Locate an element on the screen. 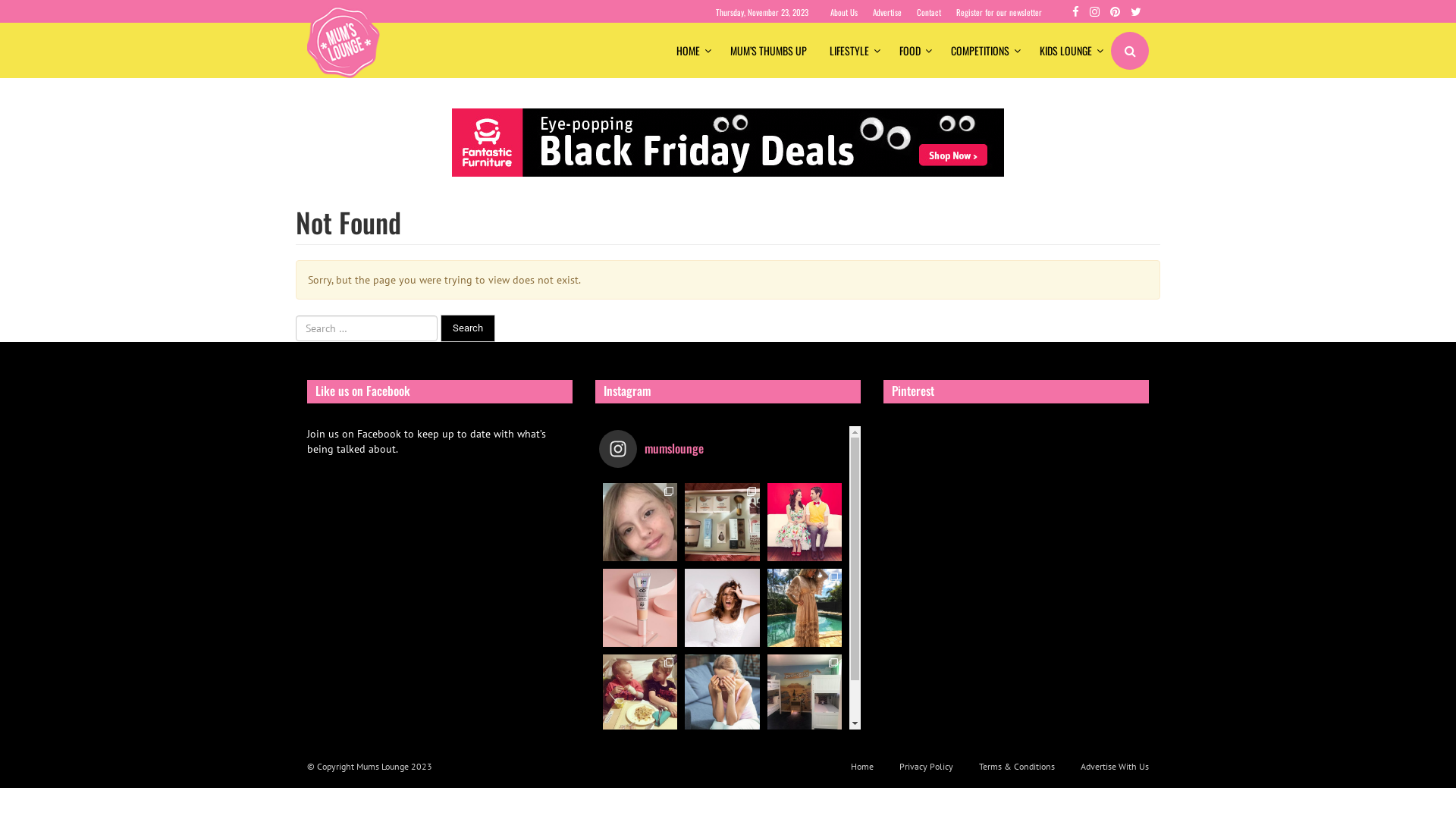 This screenshot has height=819, width=1456. 'Advertise With Us' is located at coordinates (1068, 766).